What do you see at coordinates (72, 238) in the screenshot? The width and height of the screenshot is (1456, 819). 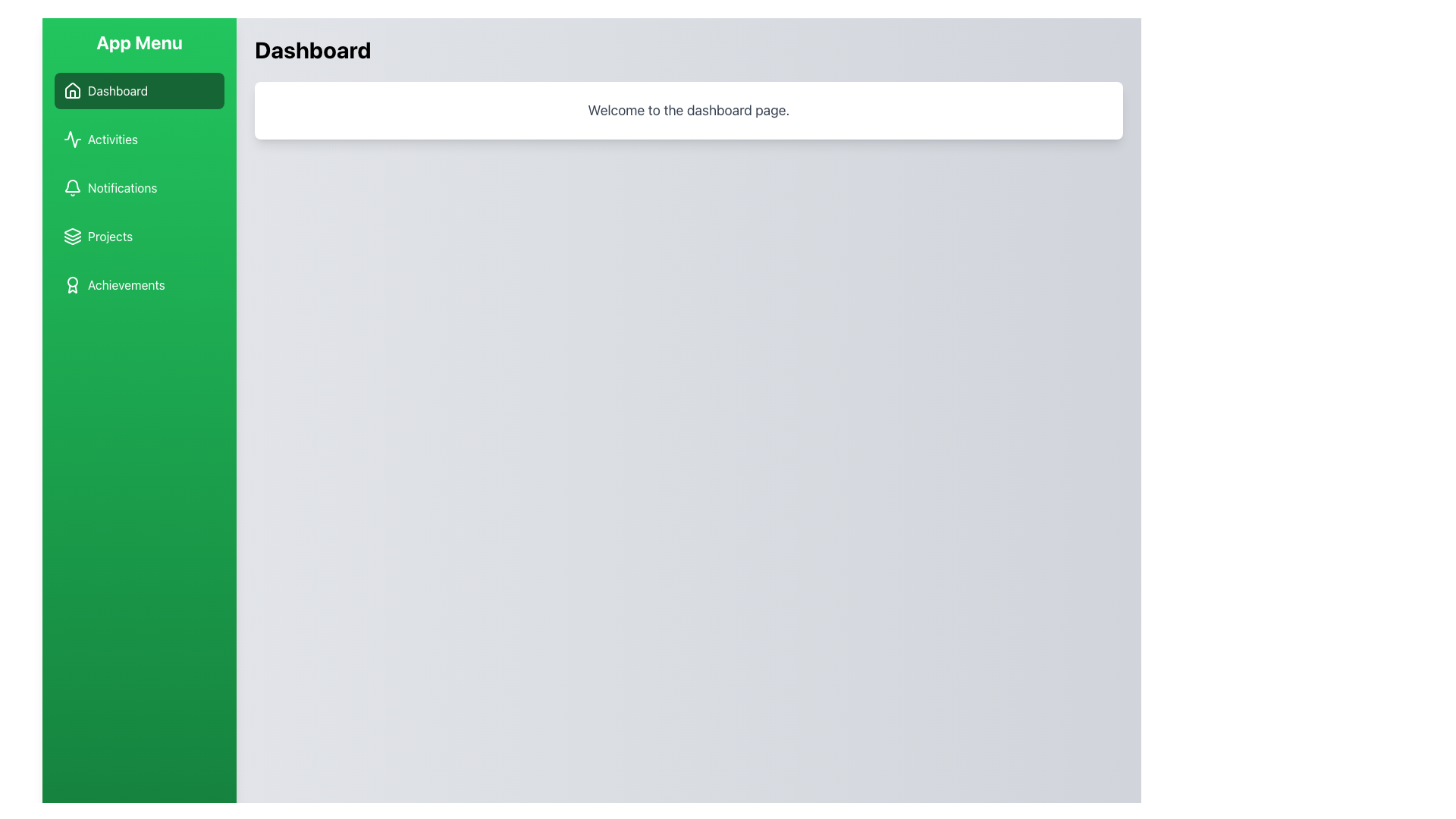 I see `the second stacked layer icon within the 'Projects' menu item in the left-side navigation panel of the dashboard interface` at bounding box center [72, 238].